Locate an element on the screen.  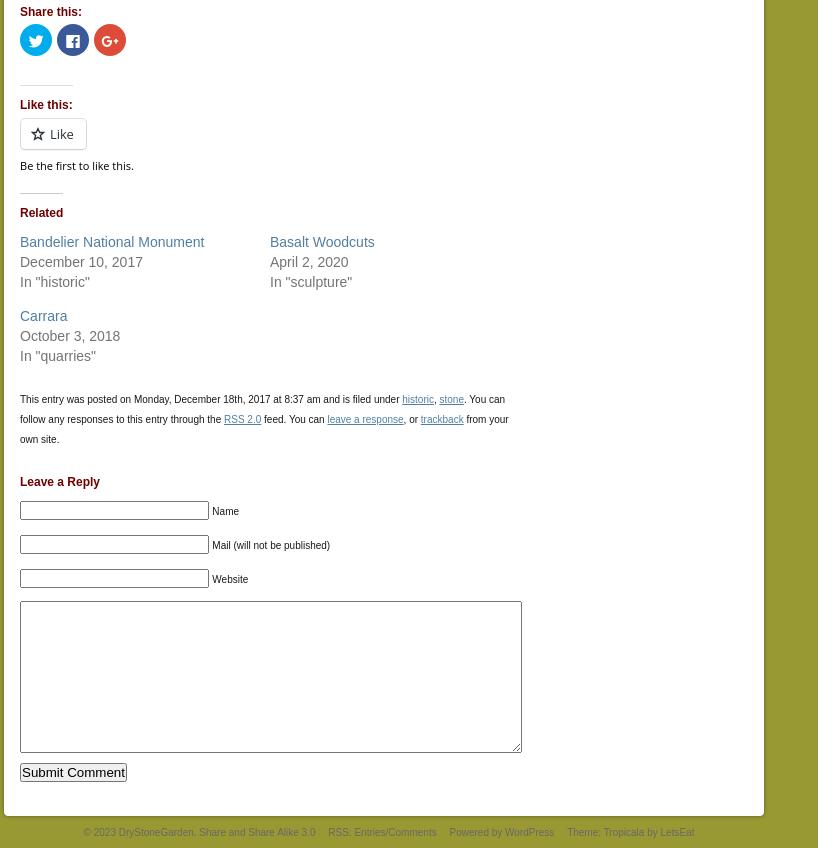
'LetsEat' is located at coordinates (676, 831).